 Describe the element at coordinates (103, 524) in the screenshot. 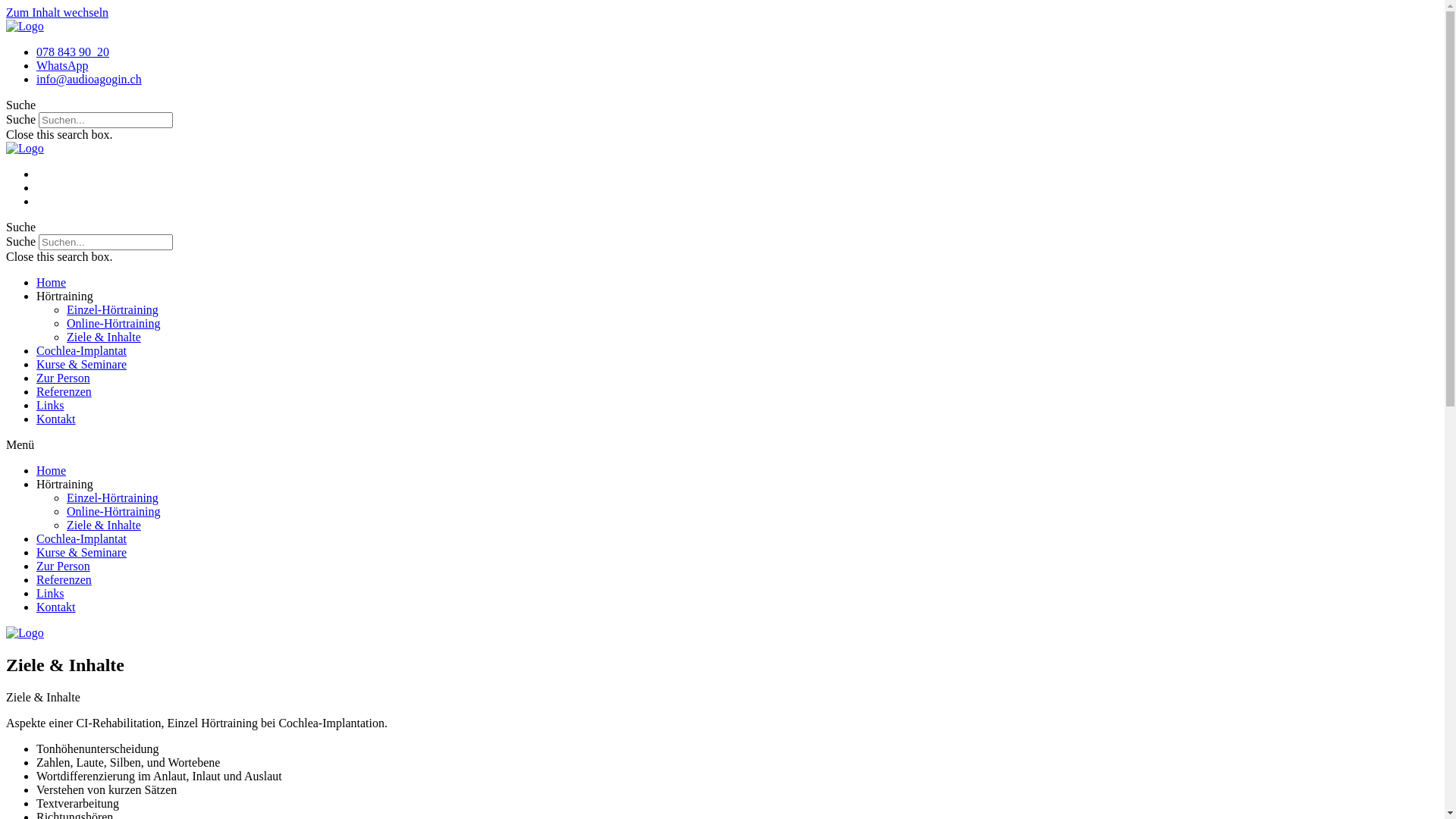

I see `'Ziele & Inhalte'` at that location.